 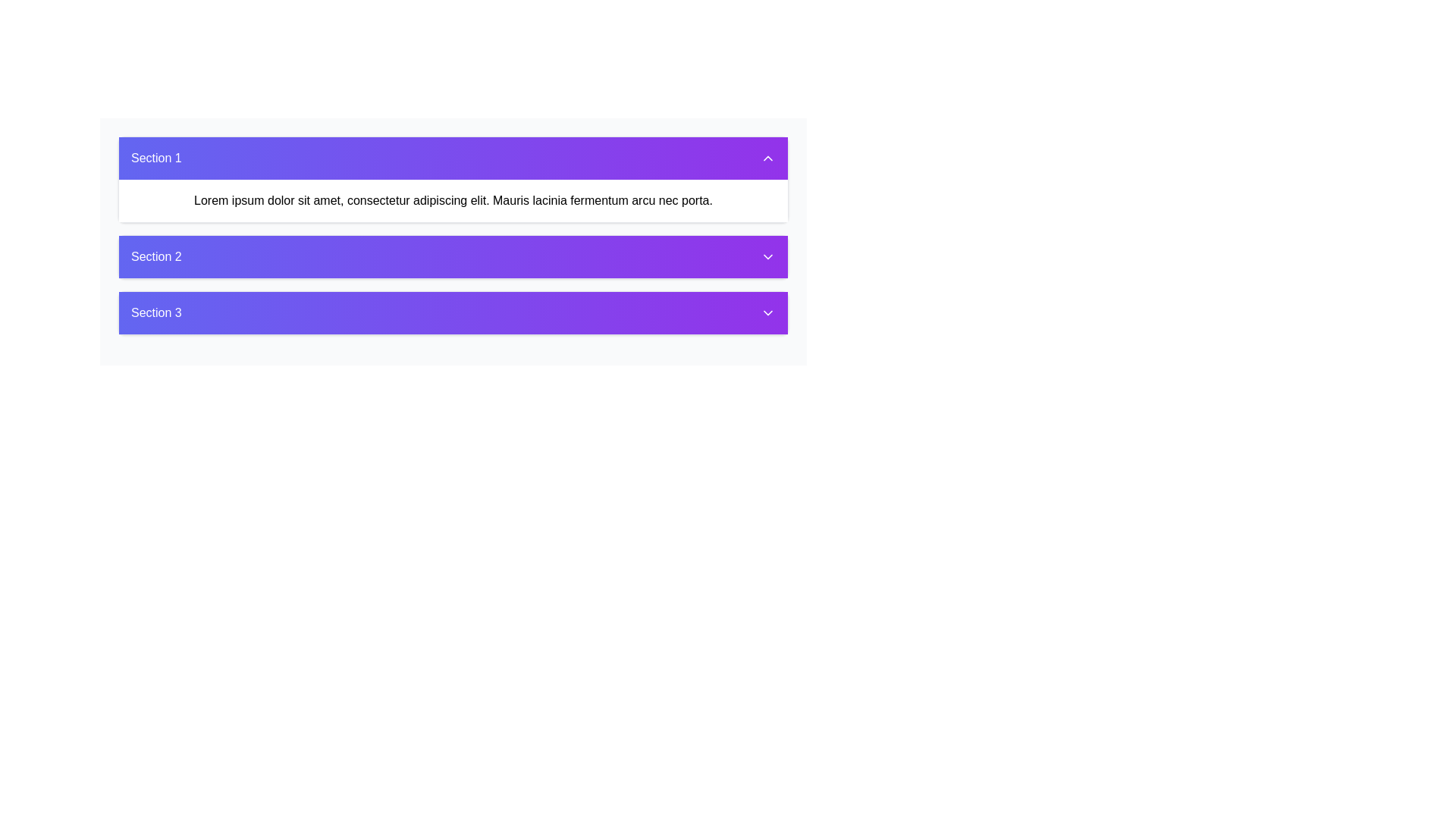 What do you see at coordinates (453, 200) in the screenshot?
I see `the text display element that shows 'Lorem ipsum dolor sit amet, consectetur adipiscing elit. Mauris lacinia fermentum arcu nec porta.' which is centered in the white area of the first purple section titled 'Section 1'` at bounding box center [453, 200].